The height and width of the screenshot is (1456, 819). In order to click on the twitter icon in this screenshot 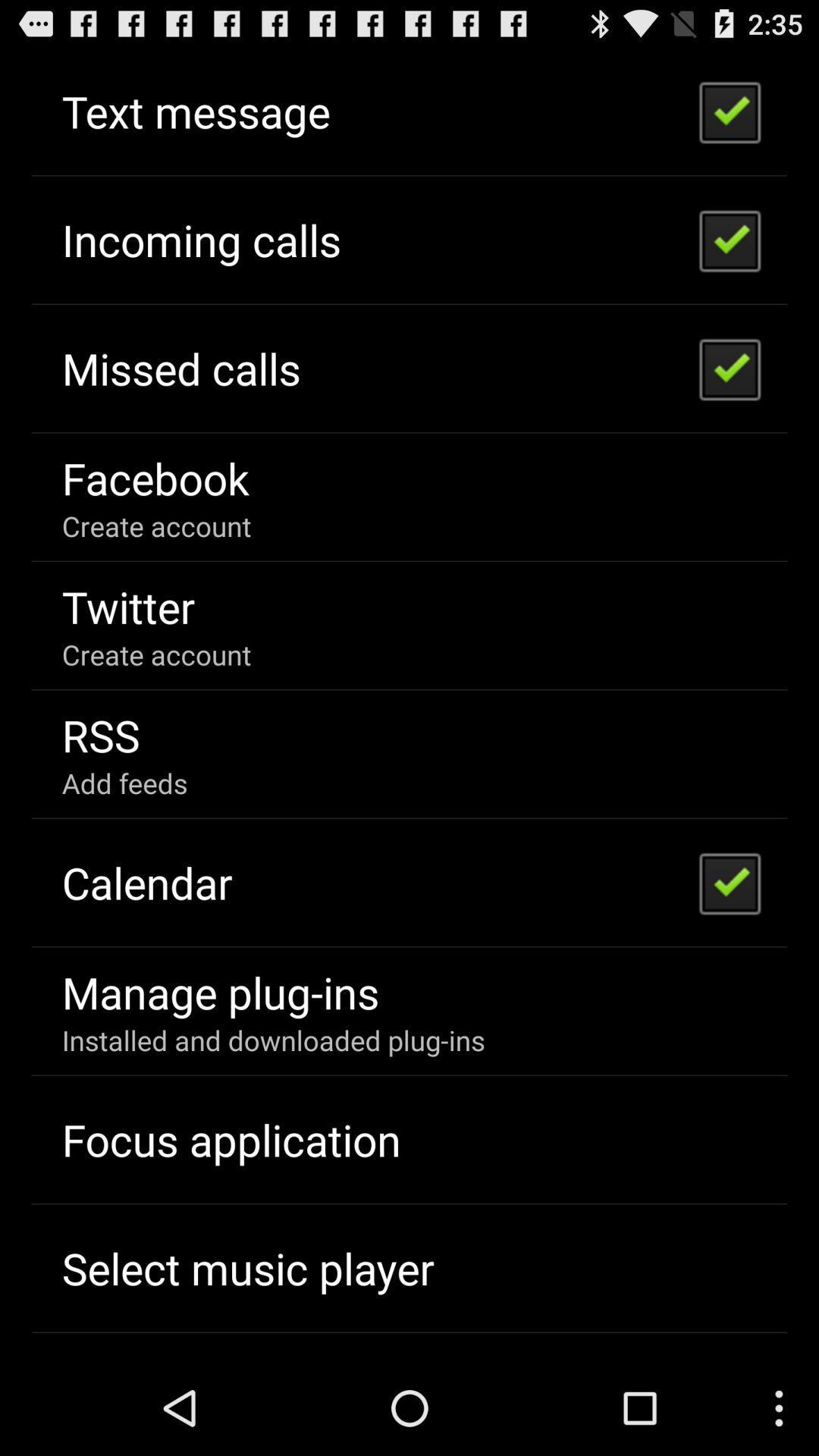, I will do `click(127, 605)`.